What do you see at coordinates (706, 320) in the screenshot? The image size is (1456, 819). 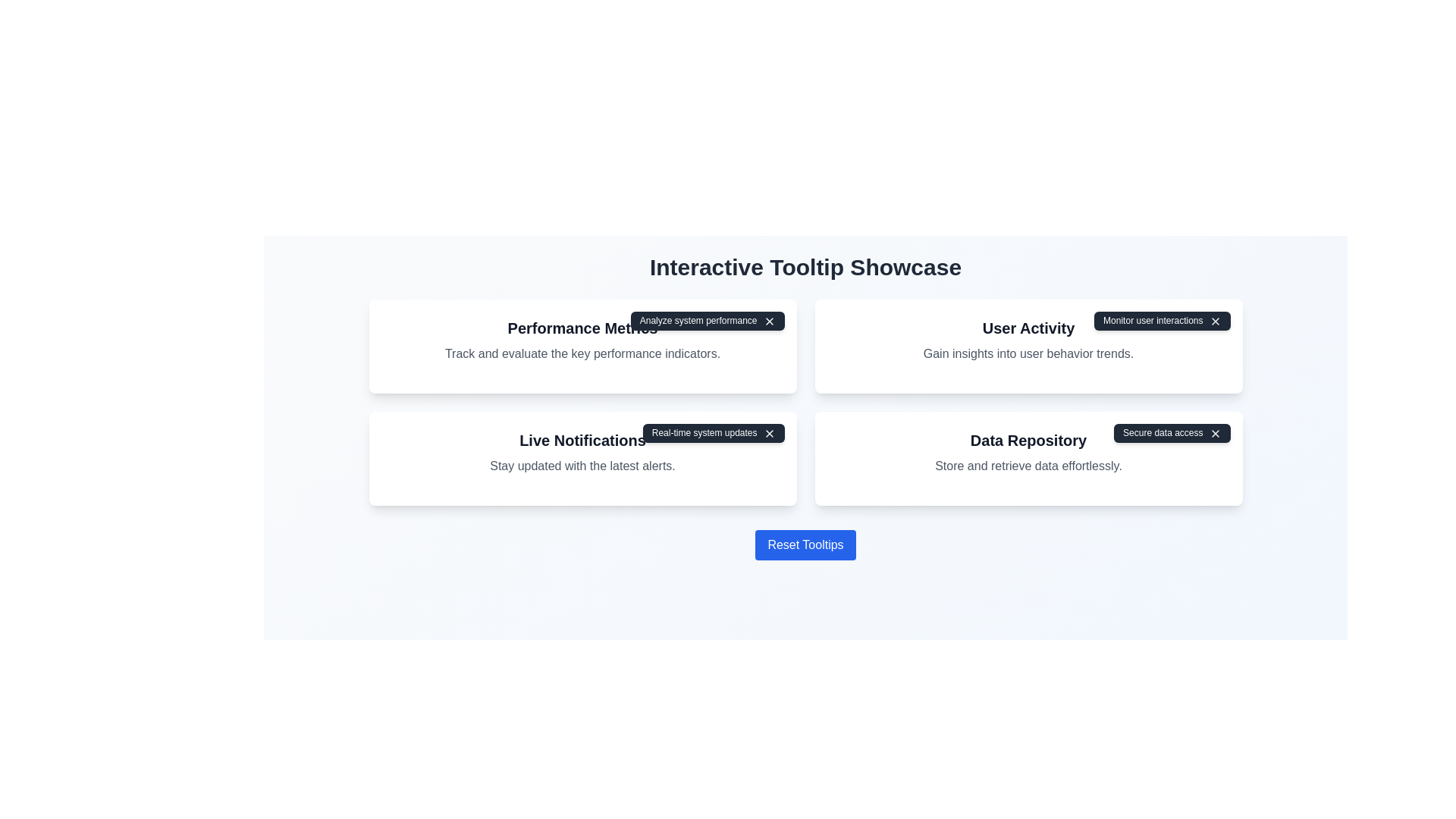 I see `the 'X' icon of the Tooltip displaying 'Analyze system performance'` at bounding box center [706, 320].